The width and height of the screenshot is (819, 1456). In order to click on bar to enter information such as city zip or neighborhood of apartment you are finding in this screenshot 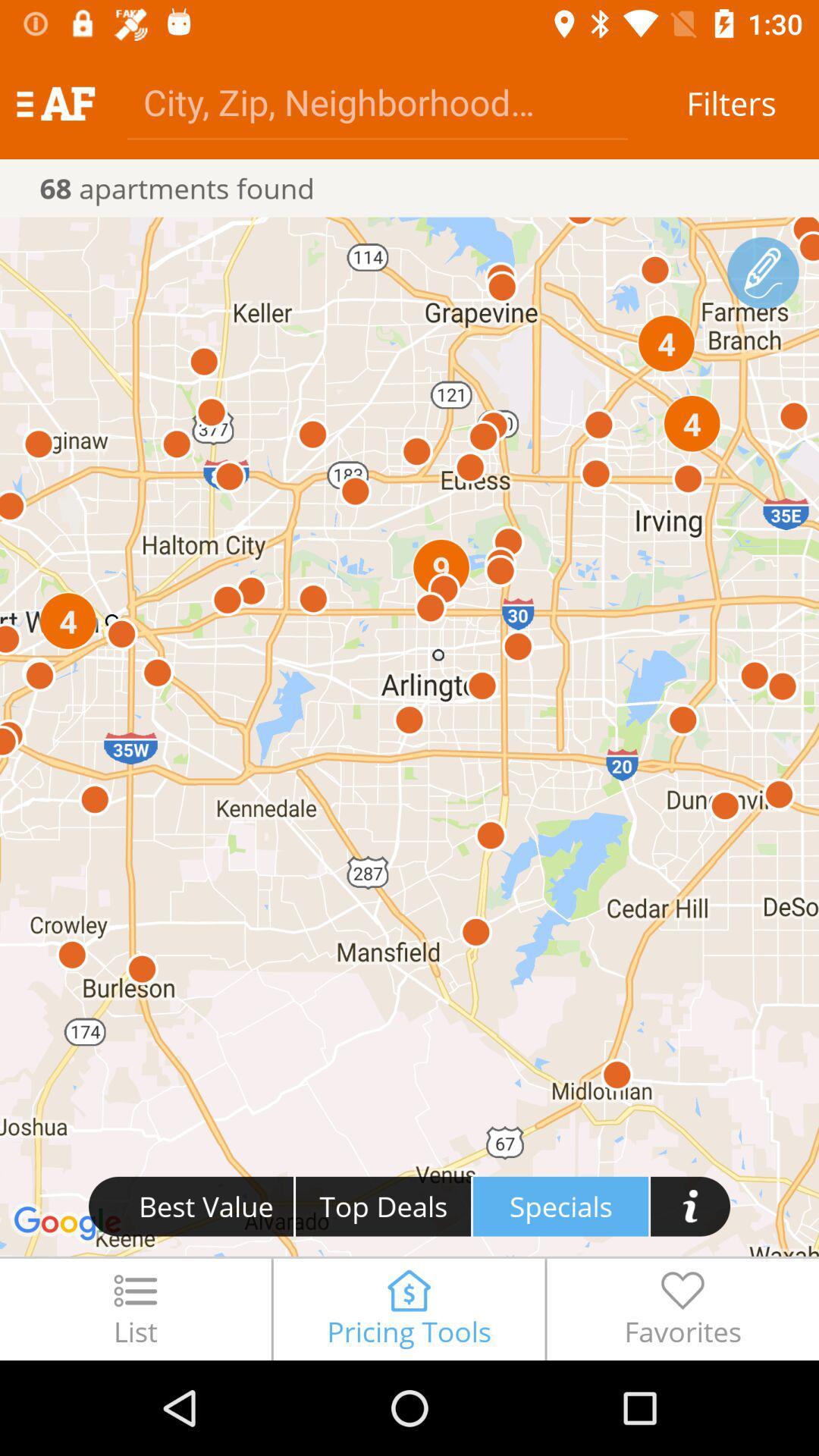, I will do `click(376, 101)`.